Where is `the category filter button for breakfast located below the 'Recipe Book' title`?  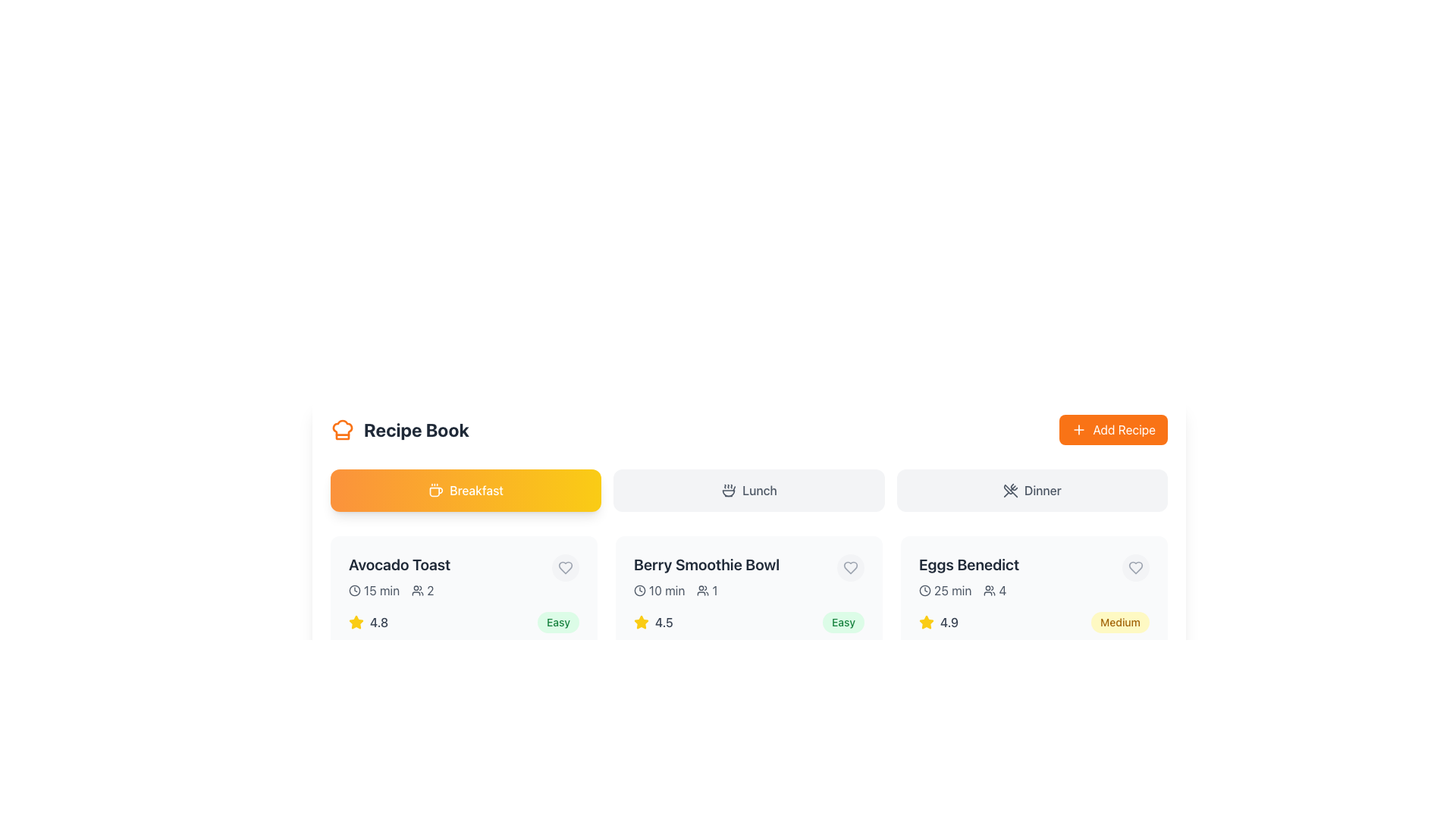
the category filter button for breakfast located below the 'Recipe Book' title is located at coordinates (465, 491).